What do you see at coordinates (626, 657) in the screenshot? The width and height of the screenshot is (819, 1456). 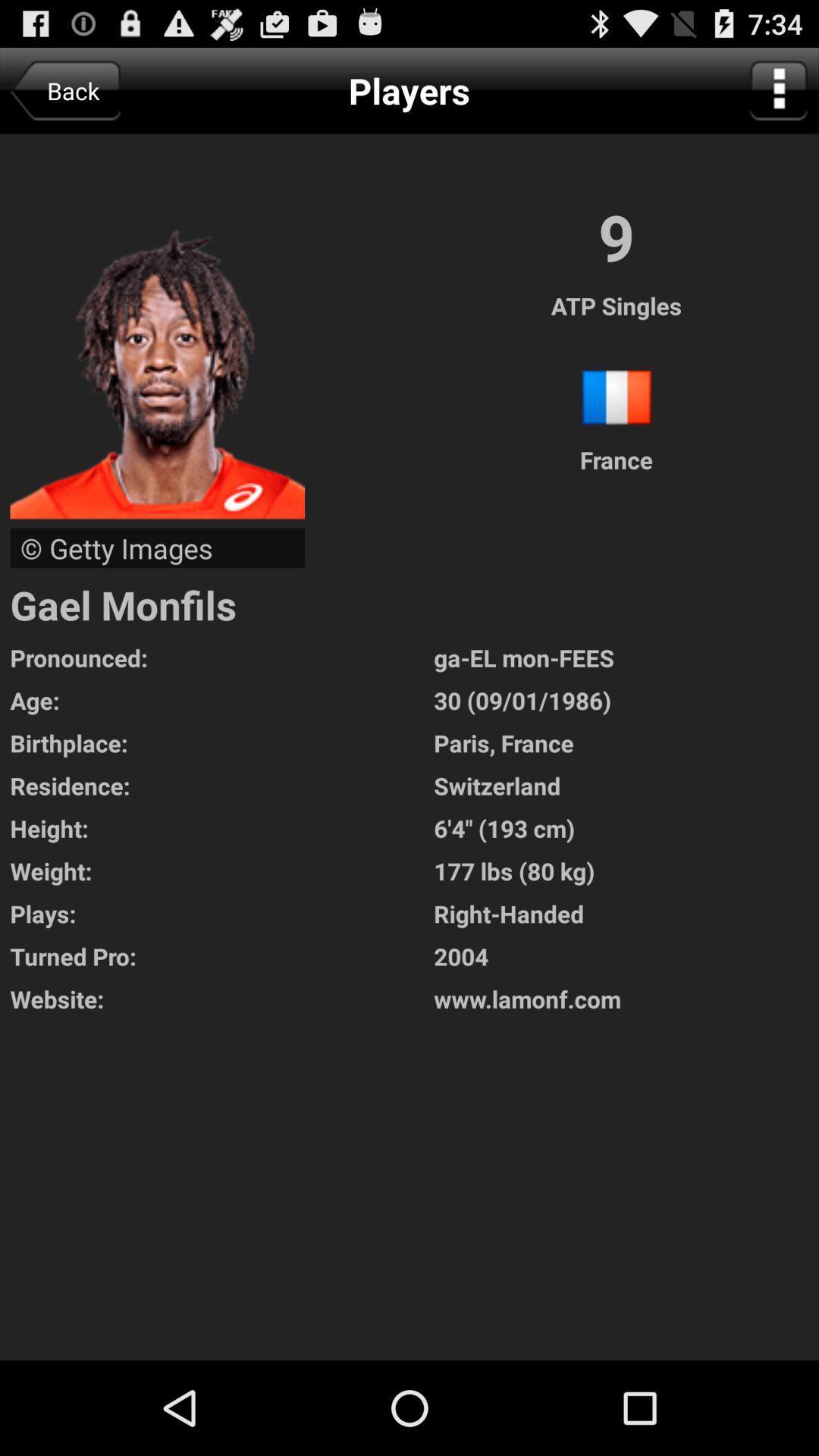 I see `item to the right of the pronounced:` at bounding box center [626, 657].